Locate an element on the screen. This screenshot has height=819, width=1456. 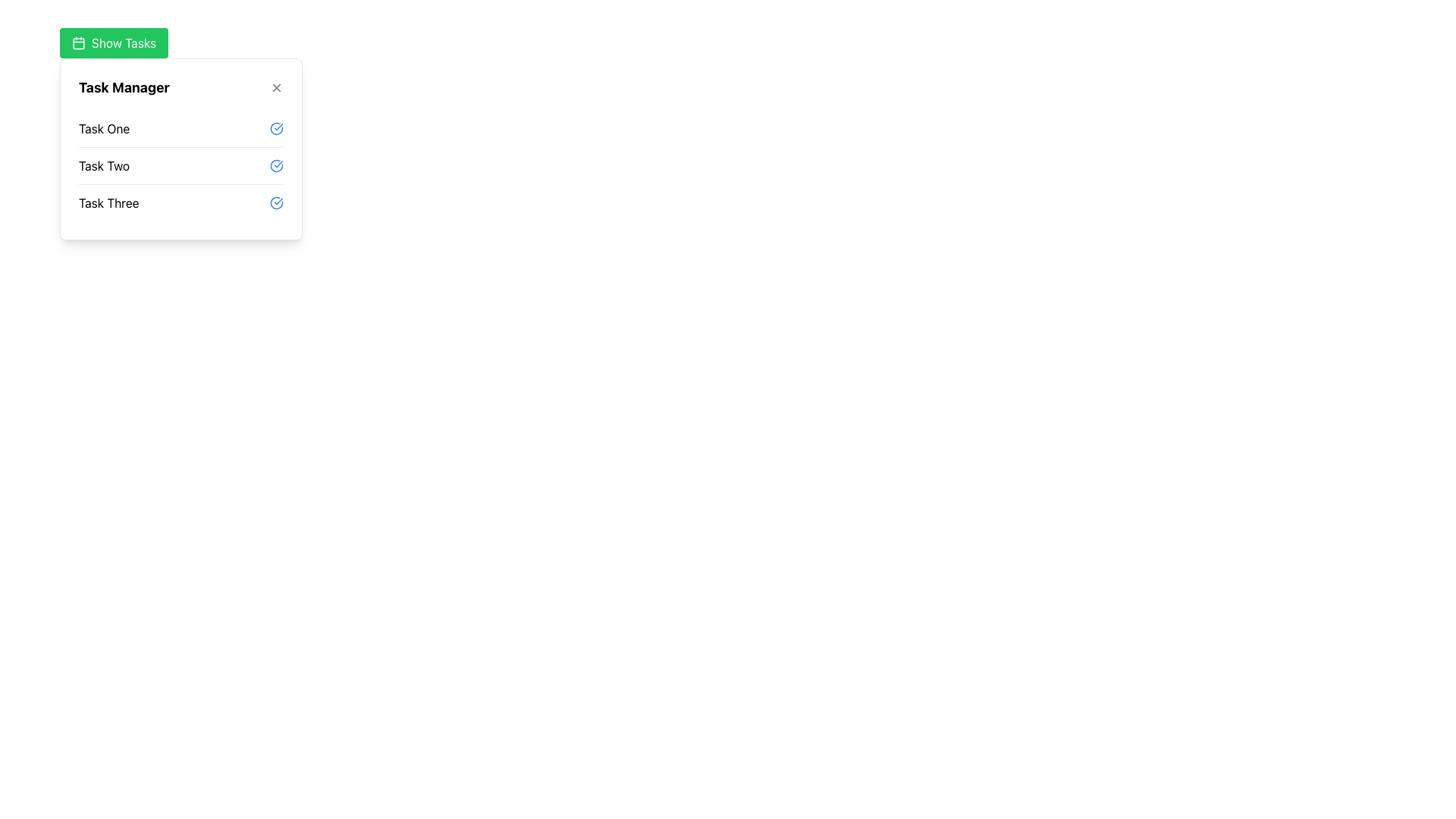
the interactive status icon is located at coordinates (276, 127).